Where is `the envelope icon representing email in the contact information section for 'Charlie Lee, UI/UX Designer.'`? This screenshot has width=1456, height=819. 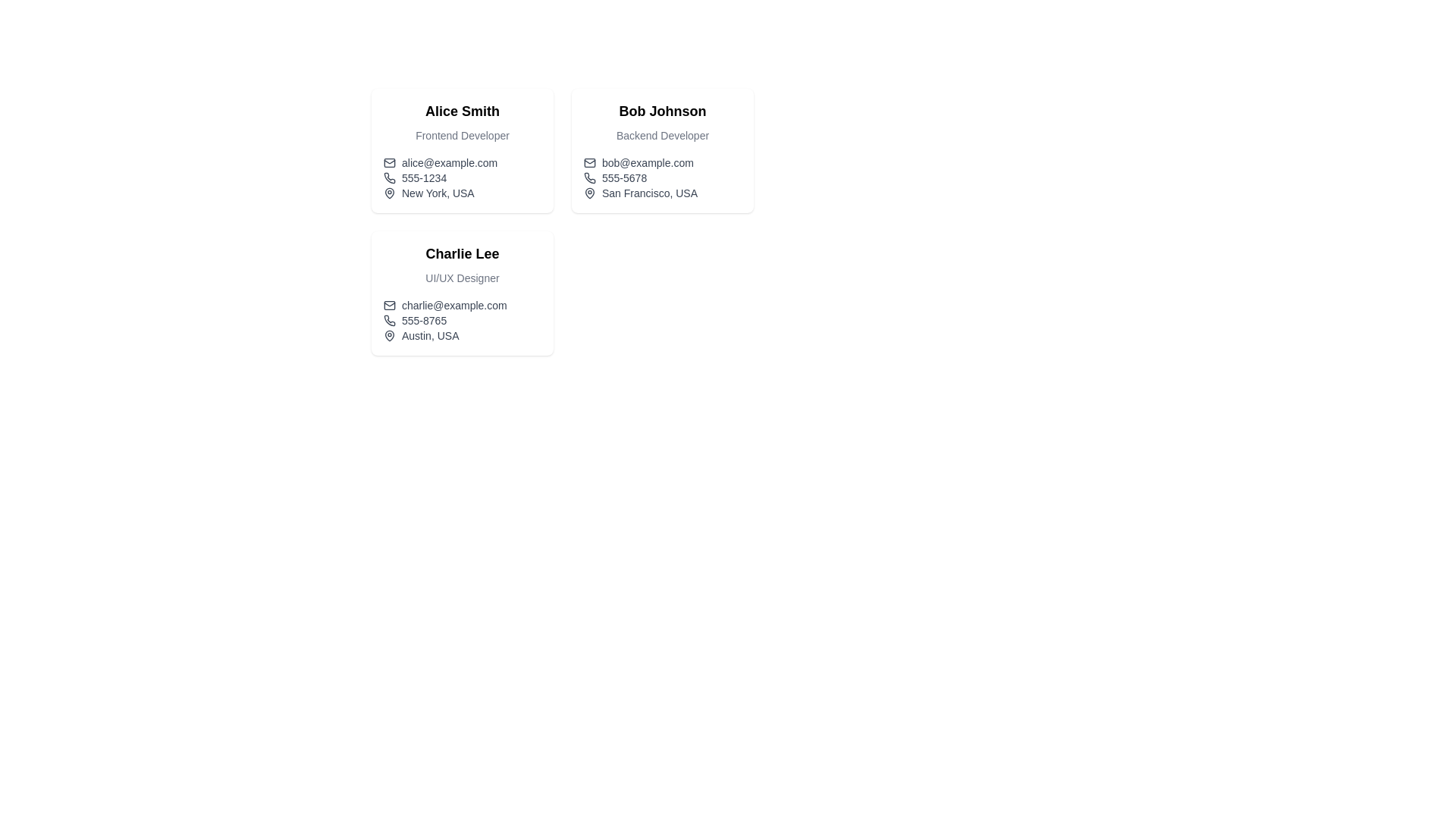
the envelope icon representing email in the contact information section for 'Charlie Lee, UI/UX Designer.' is located at coordinates (389, 305).